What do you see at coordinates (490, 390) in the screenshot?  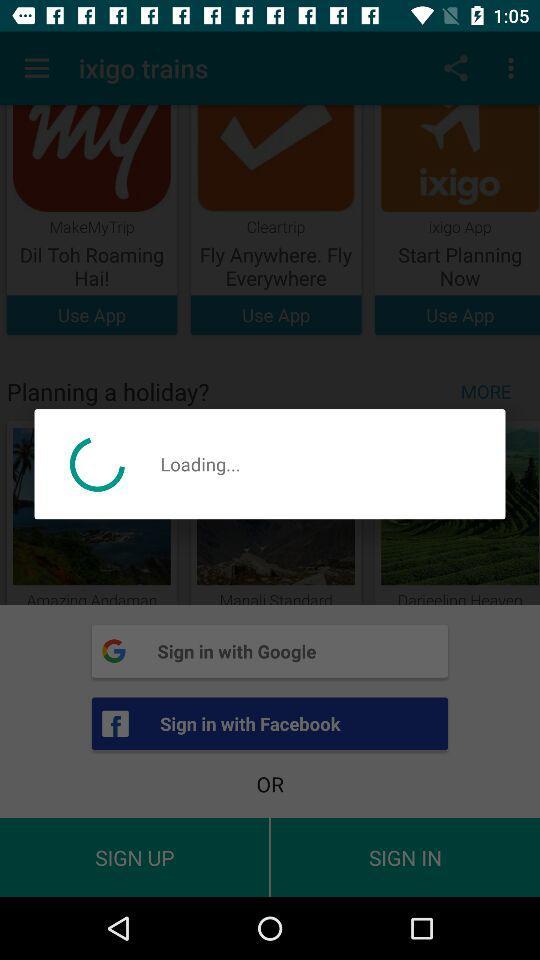 I see `more` at bounding box center [490, 390].